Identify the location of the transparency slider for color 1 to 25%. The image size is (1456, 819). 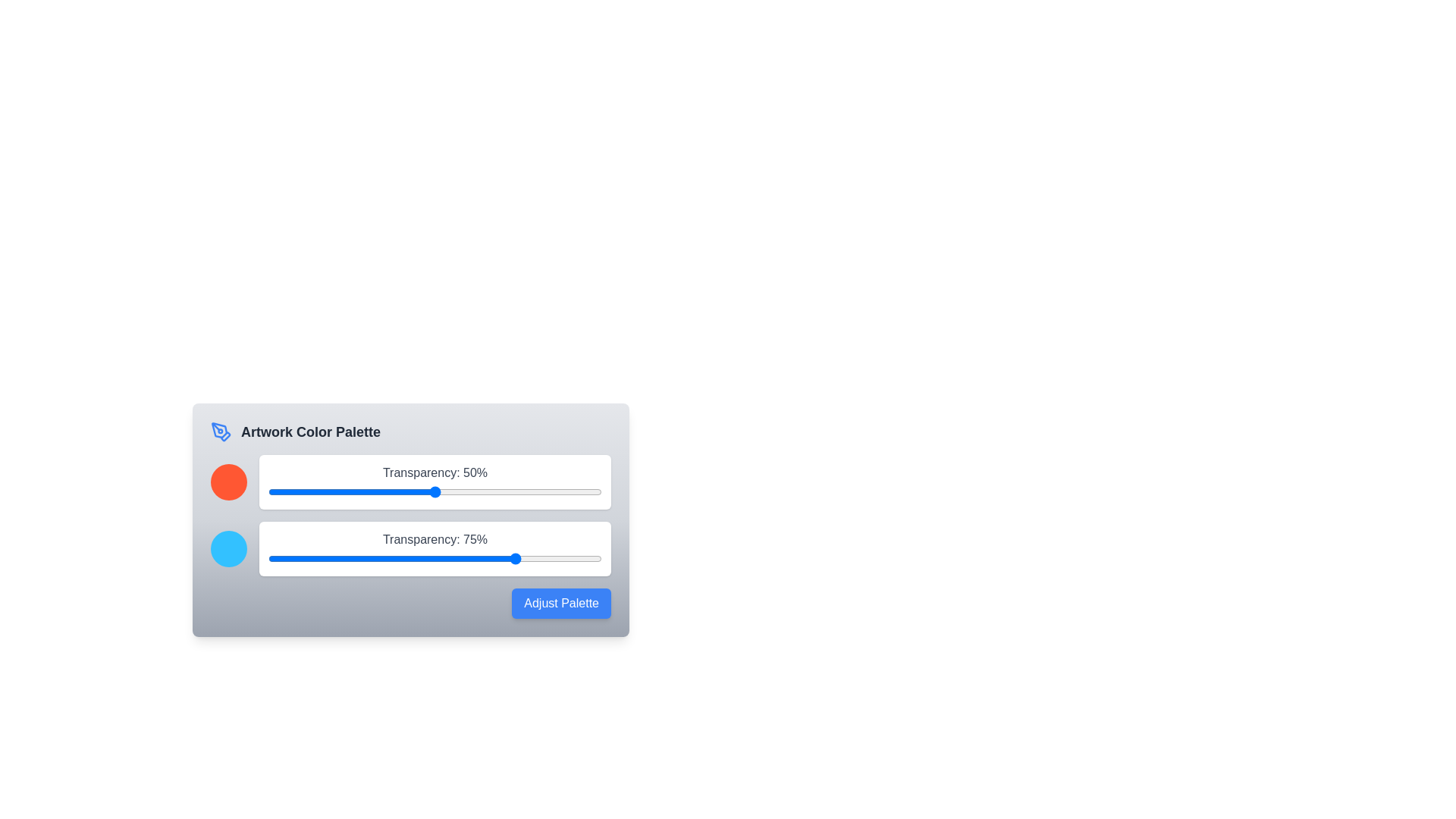
(351, 491).